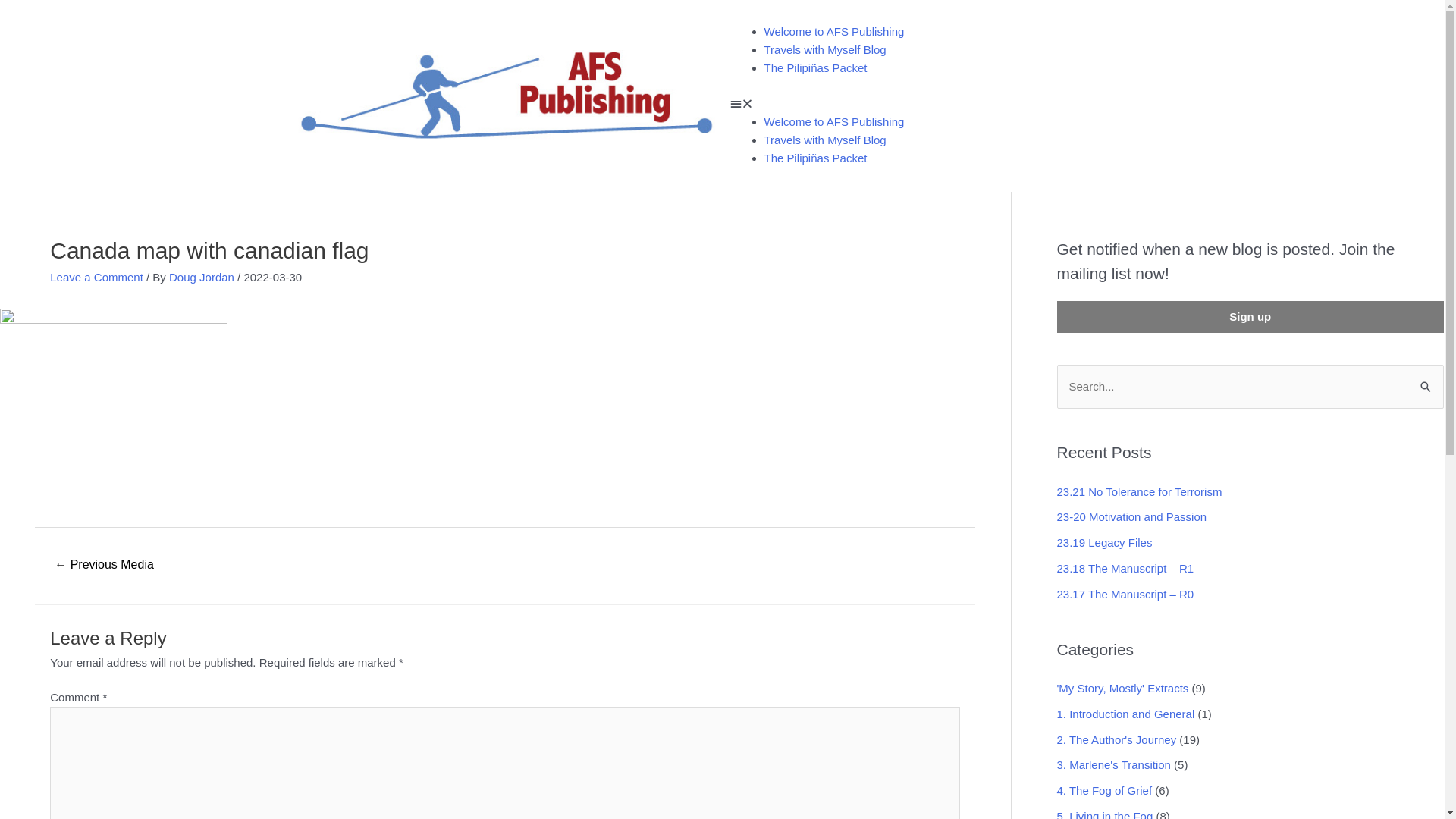 This screenshot has height=819, width=1456. What do you see at coordinates (96, 277) in the screenshot?
I see `'Leave a Comment'` at bounding box center [96, 277].